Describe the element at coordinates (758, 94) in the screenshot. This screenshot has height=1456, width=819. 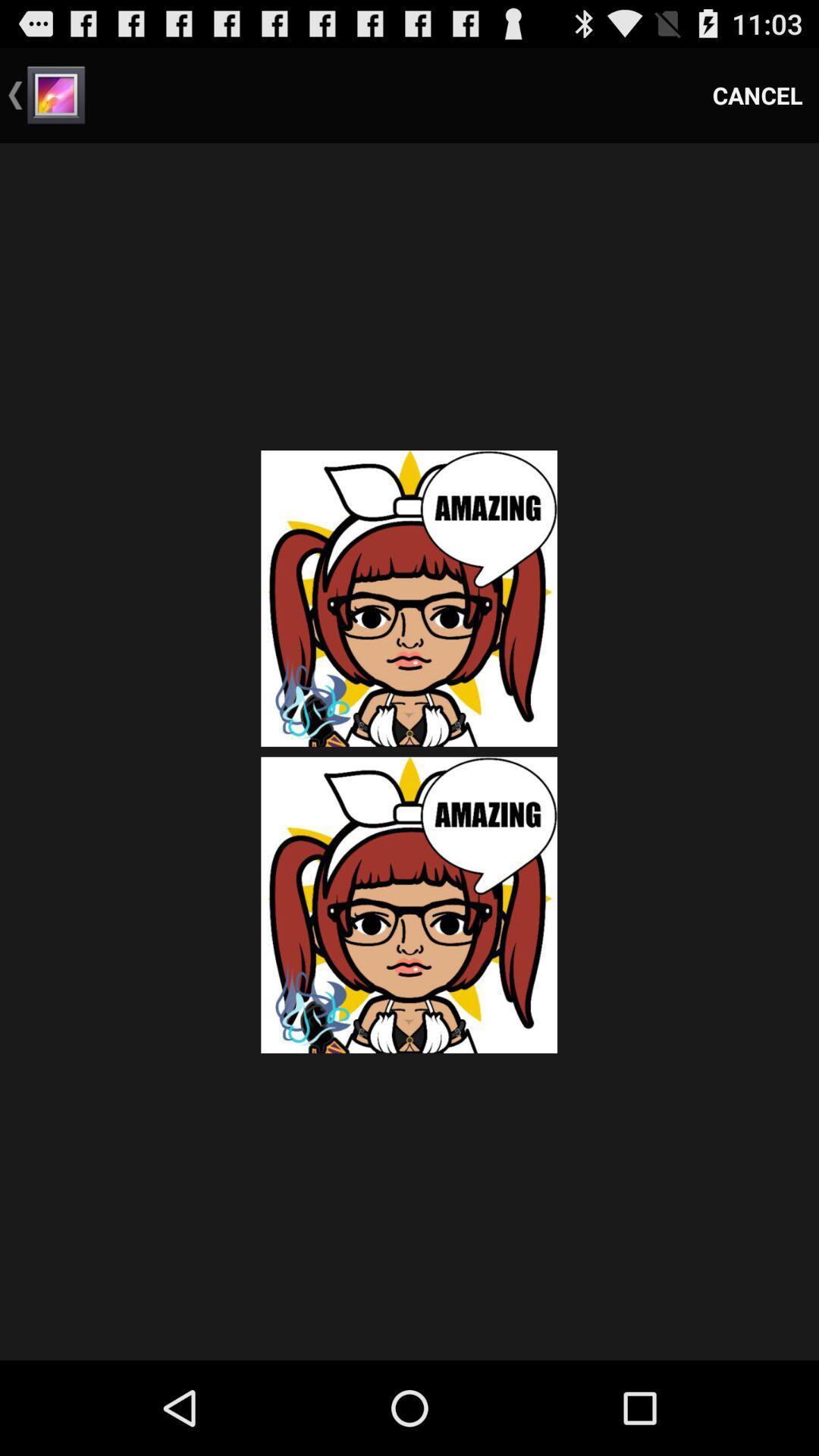
I see `cancel icon` at that location.